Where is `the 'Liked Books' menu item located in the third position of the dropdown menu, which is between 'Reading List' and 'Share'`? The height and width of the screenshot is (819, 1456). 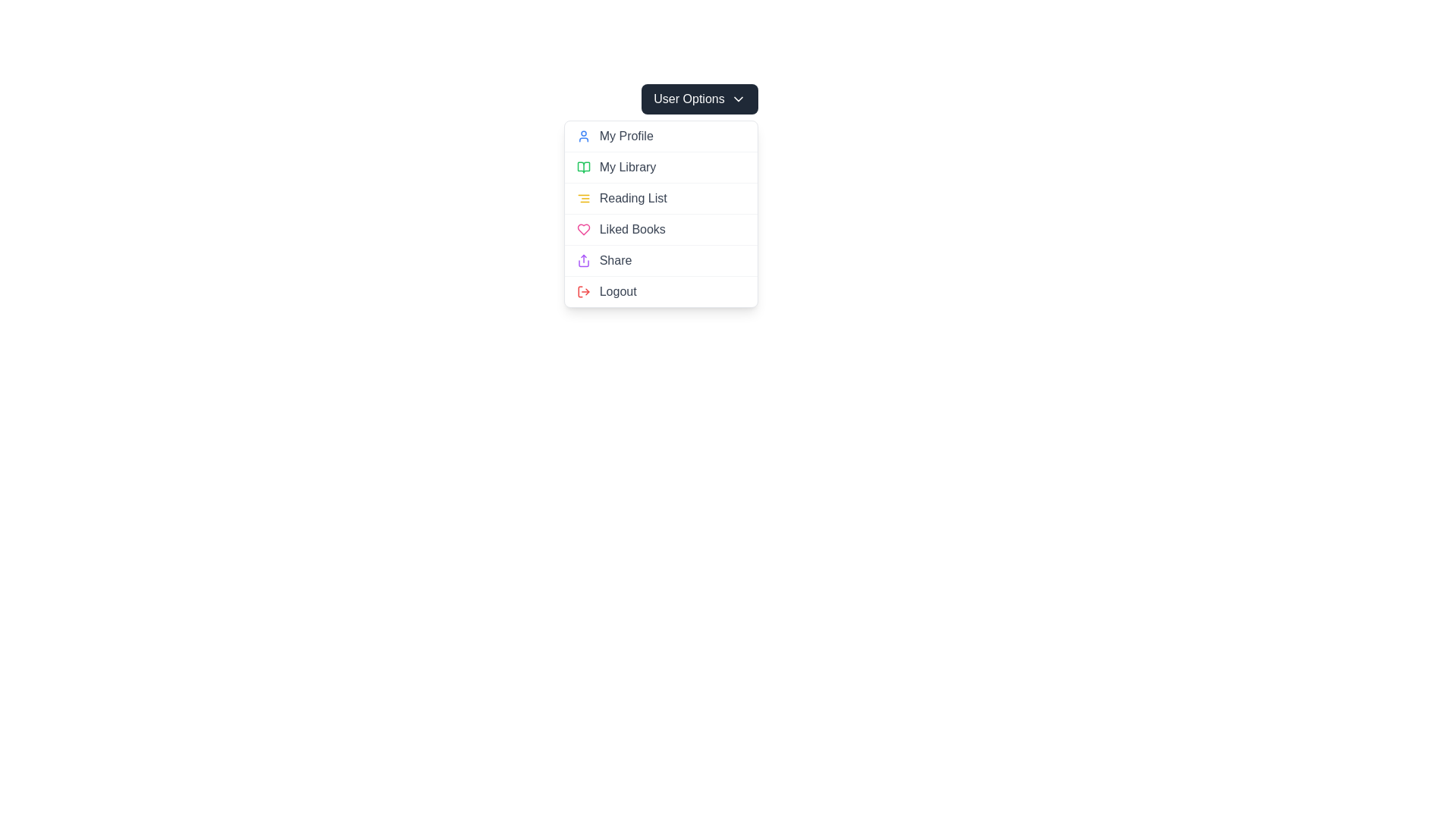
the 'Liked Books' menu item located in the third position of the dropdown menu, which is between 'Reading List' and 'Share' is located at coordinates (661, 230).